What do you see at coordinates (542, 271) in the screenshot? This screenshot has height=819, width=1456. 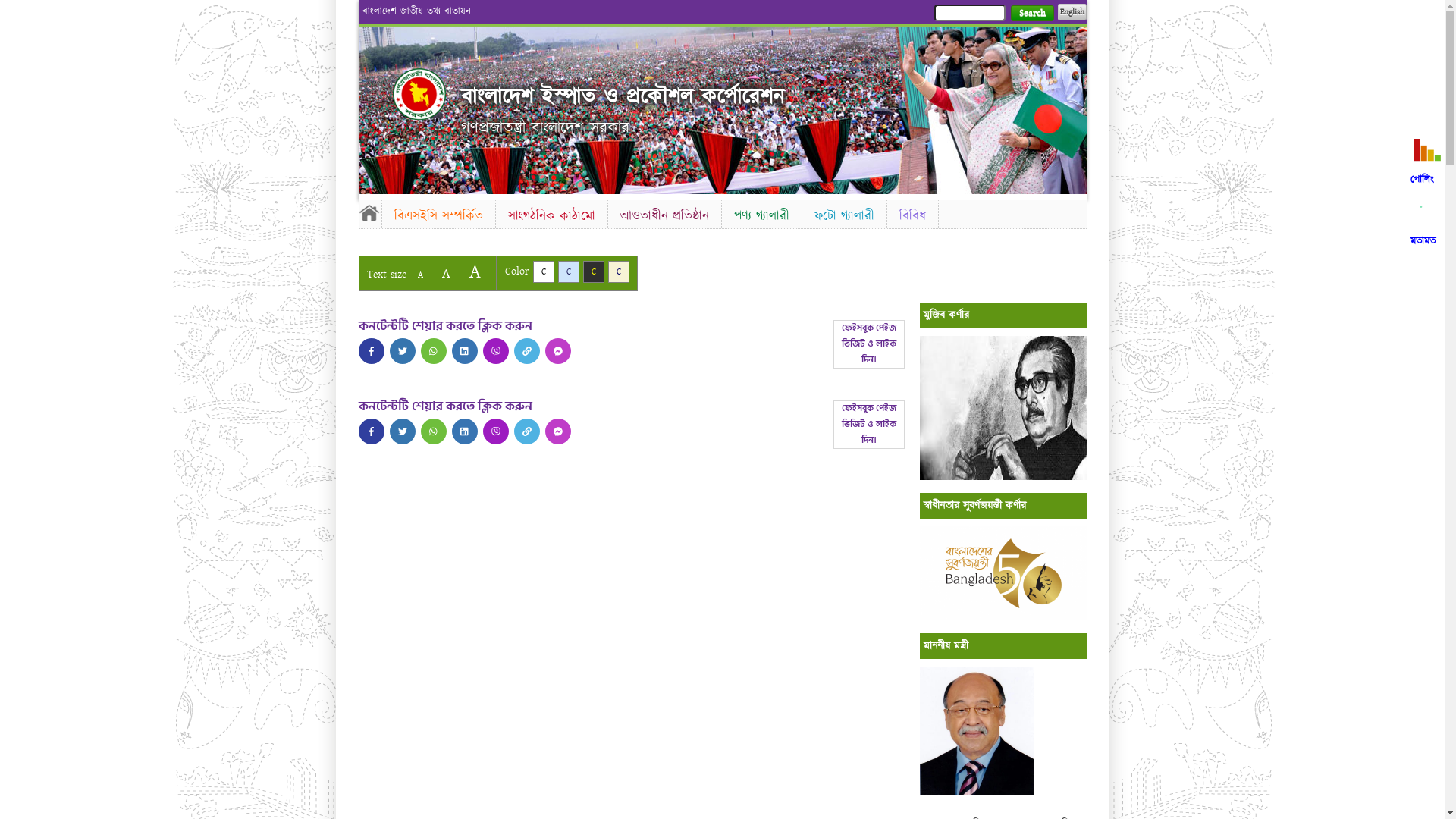 I see `'C'` at bounding box center [542, 271].